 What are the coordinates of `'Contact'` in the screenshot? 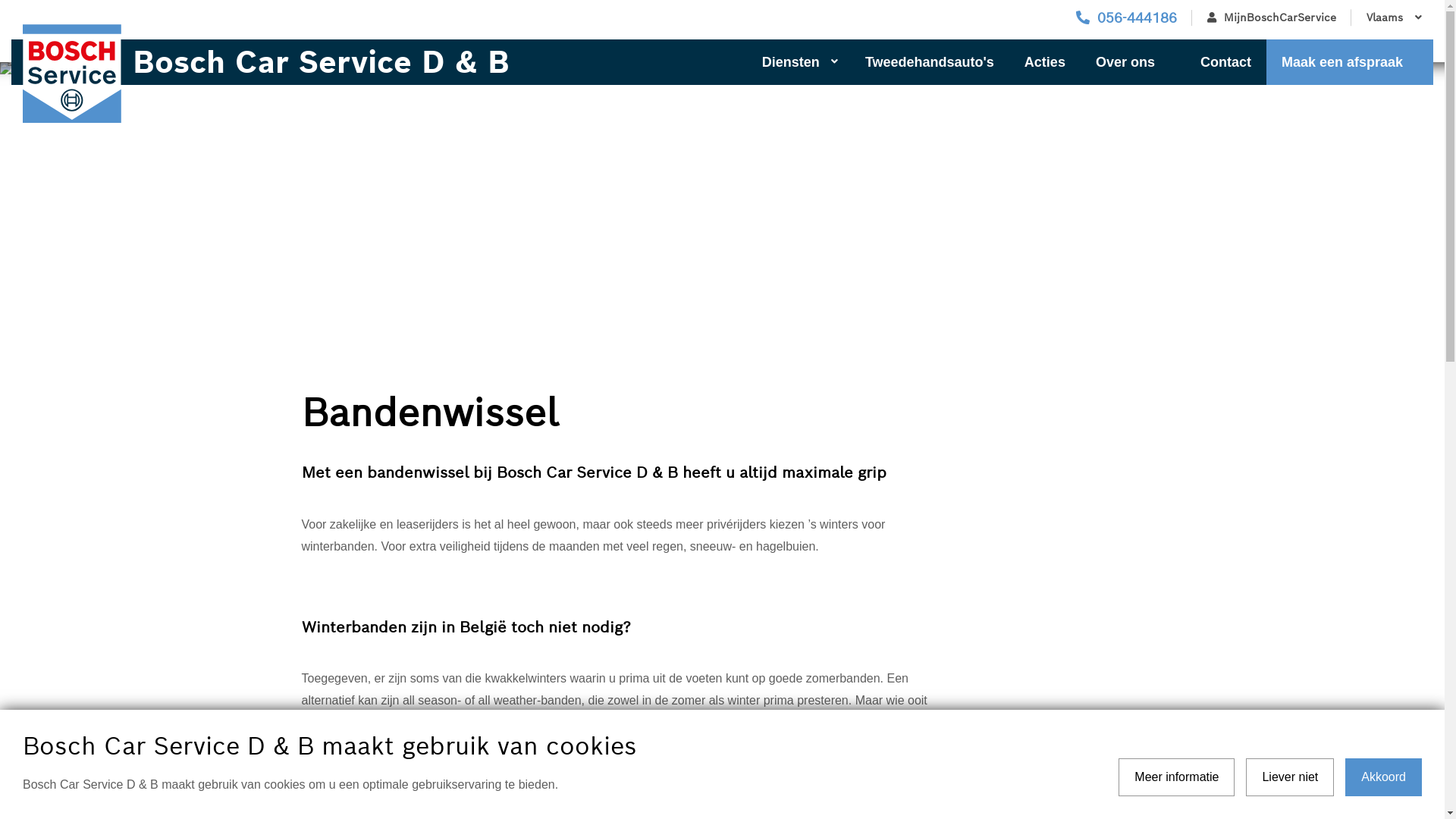 It's located at (1225, 61).